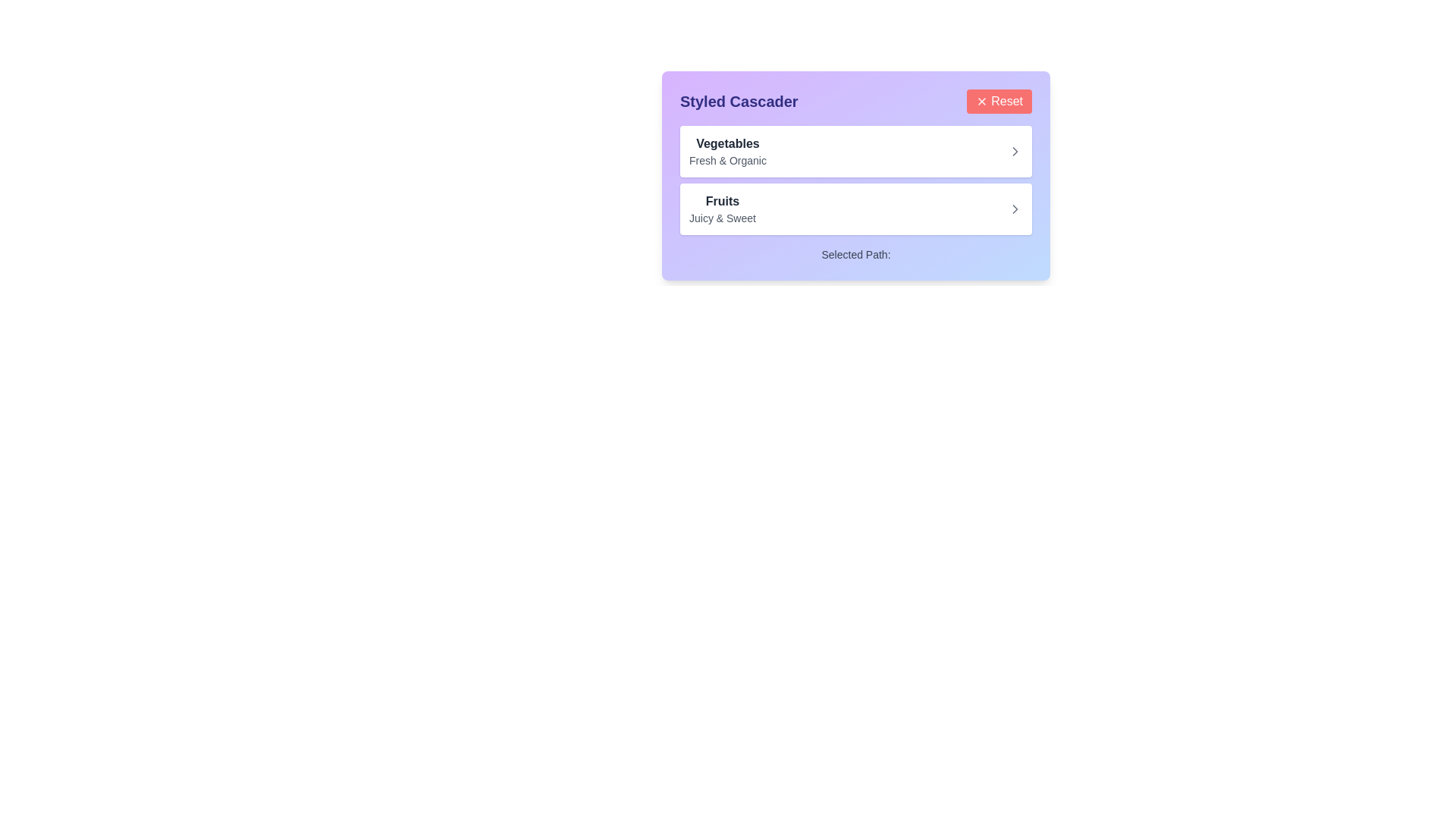 The width and height of the screenshot is (1456, 819). Describe the element at coordinates (721, 209) in the screenshot. I see `the Text Label displaying 'Fruits' in bold, dark gray typography, which is located centrally within the cascading selection component, below the 'Vegetables' row` at that location.